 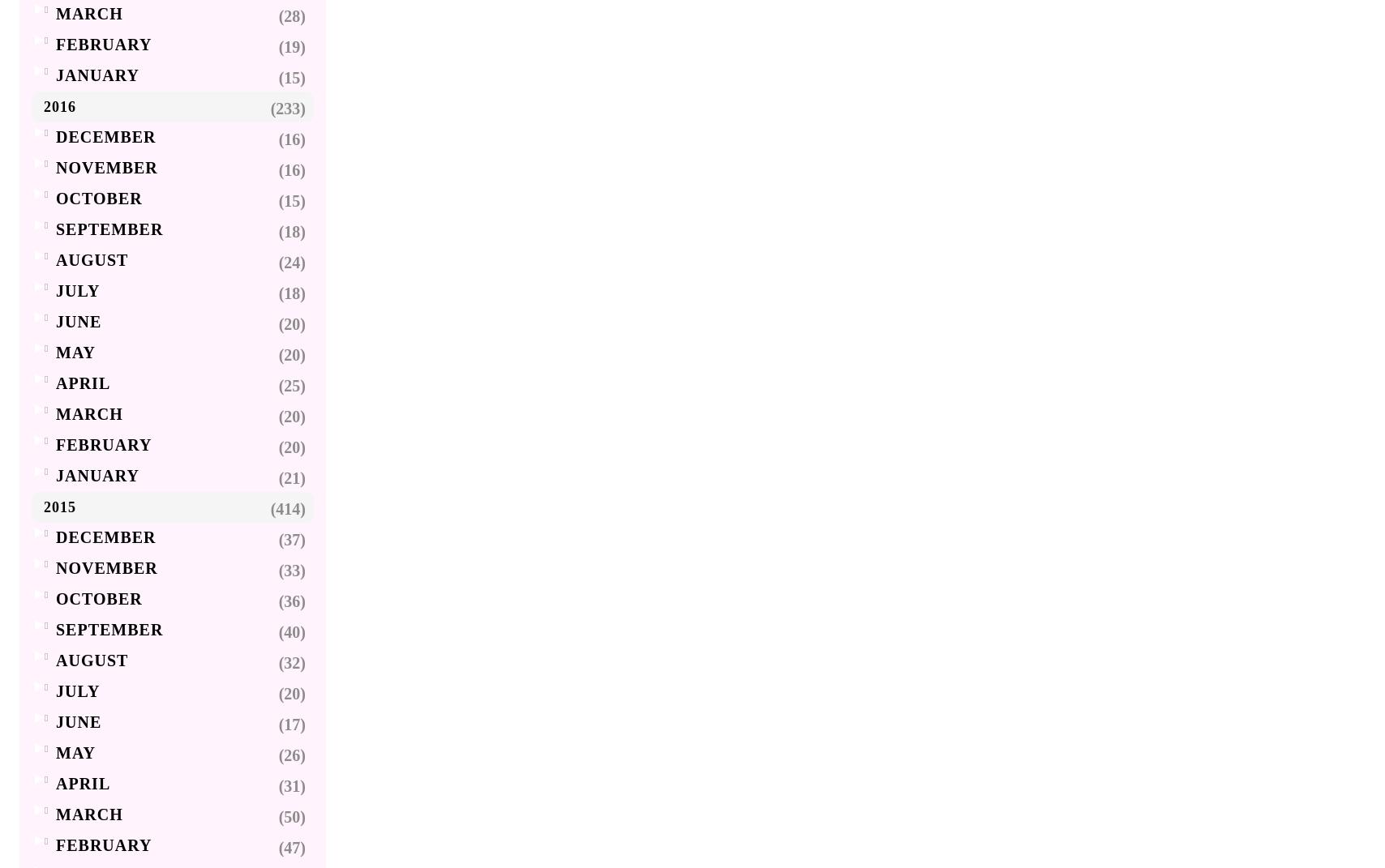 I want to click on '(33)', so click(x=292, y=570).